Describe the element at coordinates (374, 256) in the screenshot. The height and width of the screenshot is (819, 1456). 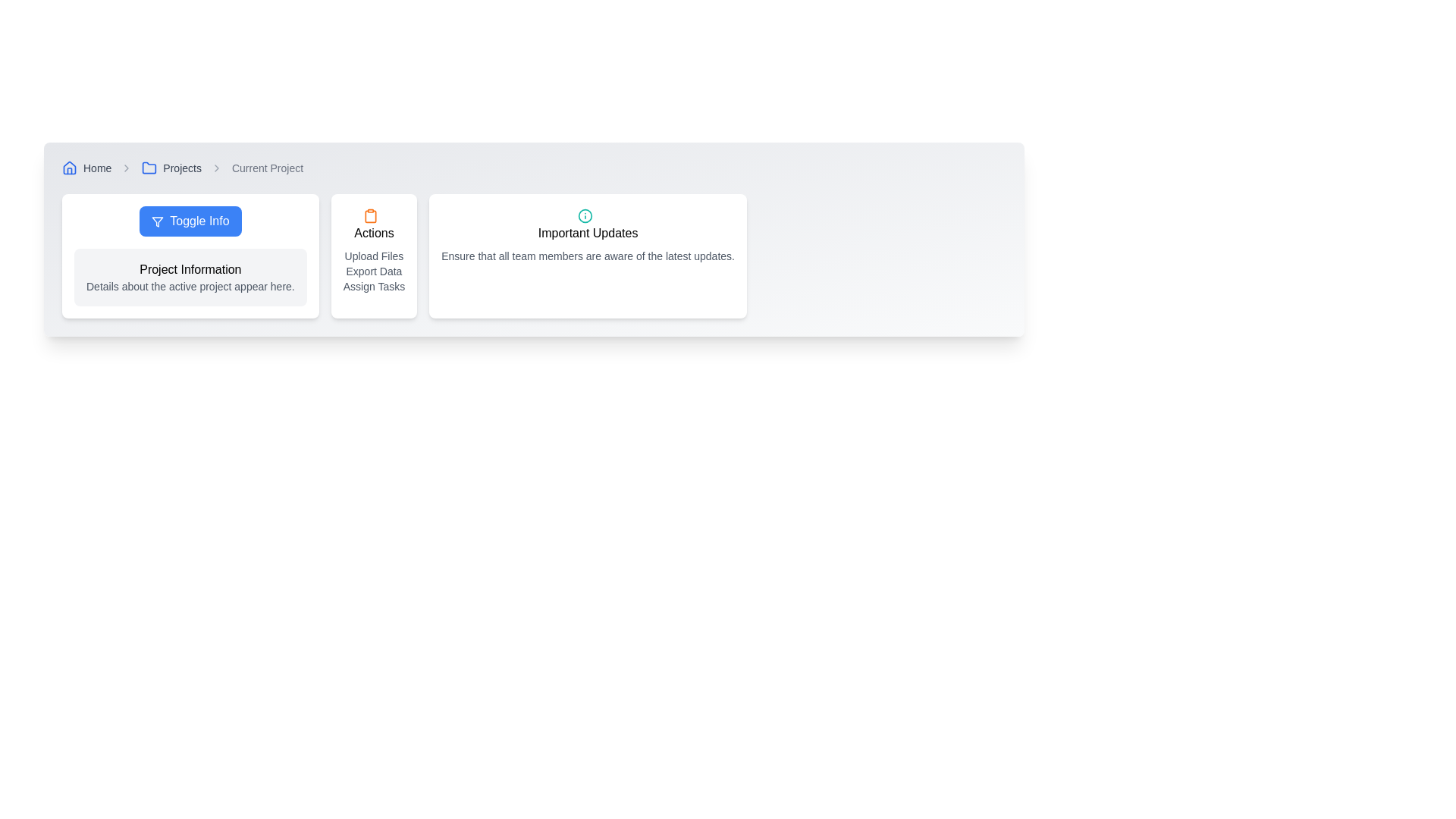
I see `the 'Upload Files' text label, which is the first item in the list of actions displayed under the 'Actions' section` at that location.